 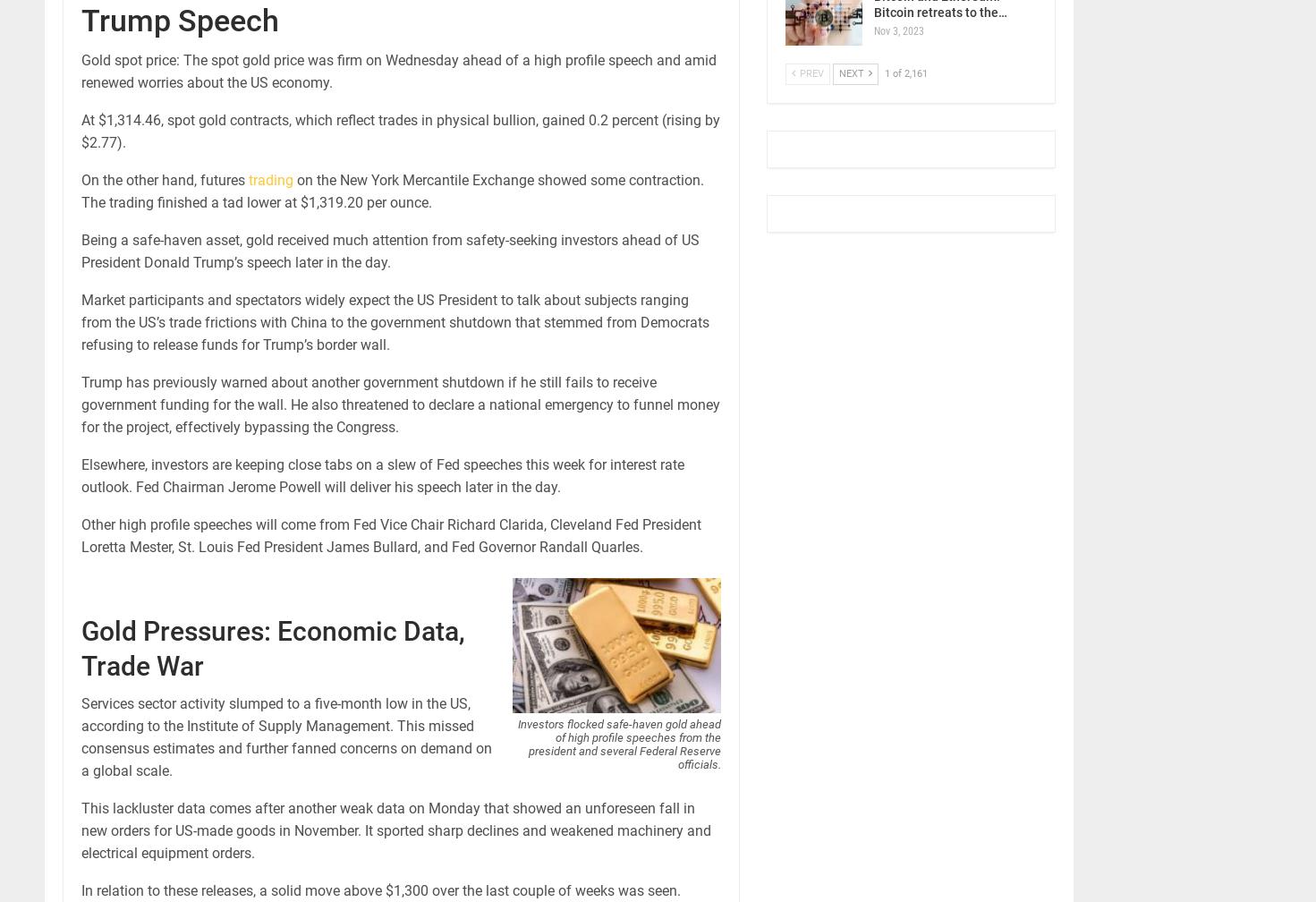 I want to click on 'On the other hand, futures', so click(x=164, y=180).